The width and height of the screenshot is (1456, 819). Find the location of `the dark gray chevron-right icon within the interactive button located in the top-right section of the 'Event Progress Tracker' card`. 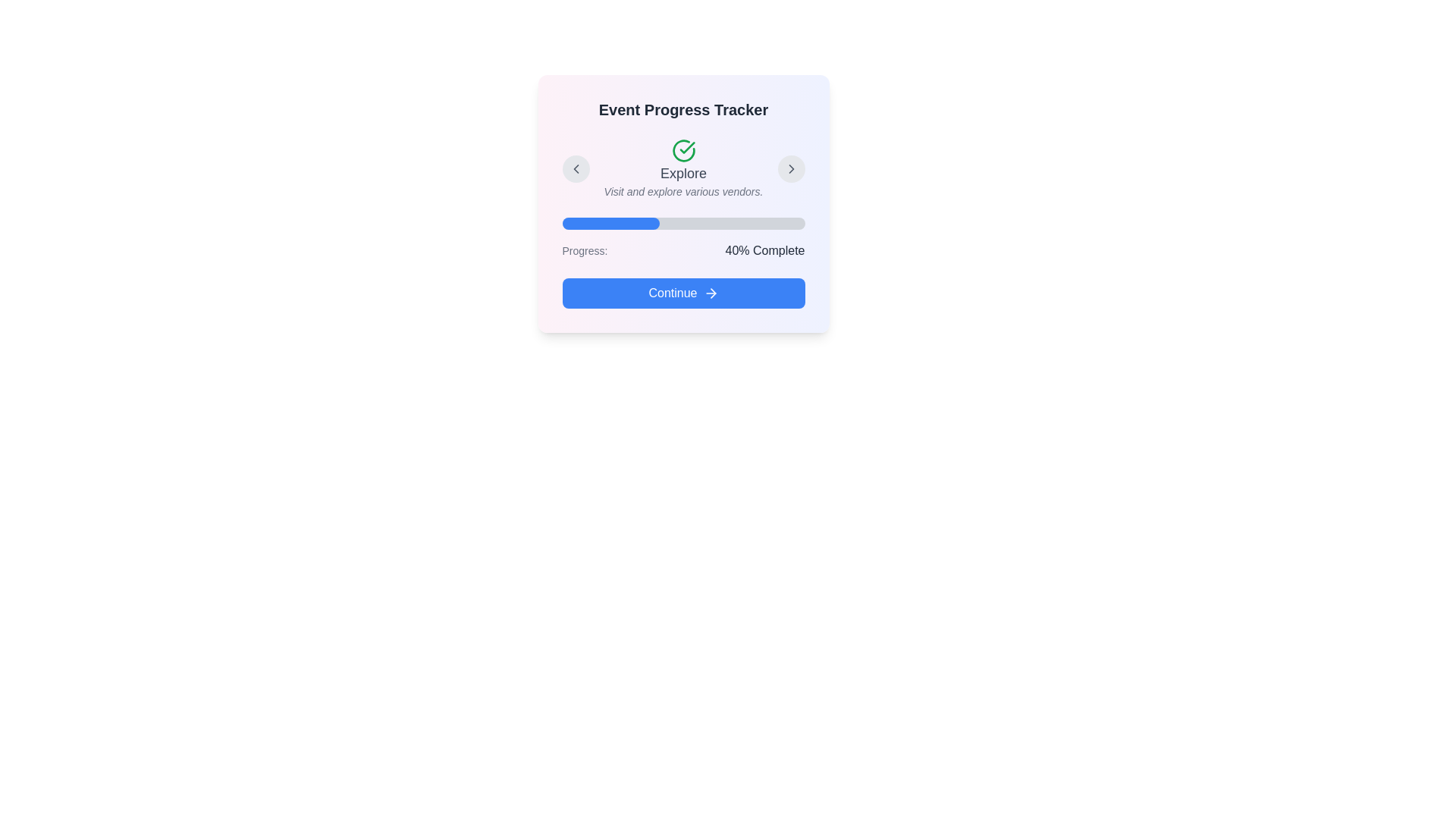

the dark gray chevron-right icon within the interactive button located in the top-right section of the 'Event Progress Tracker' card is located at coordinates (790, 169).